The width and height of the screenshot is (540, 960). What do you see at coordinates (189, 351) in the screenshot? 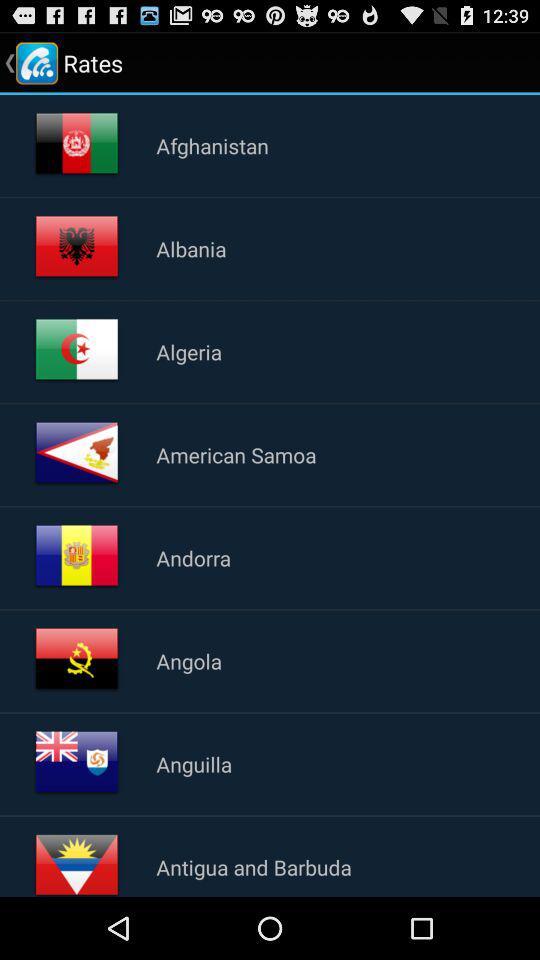
I see `the algeria item` at bounding box center [189, 351].